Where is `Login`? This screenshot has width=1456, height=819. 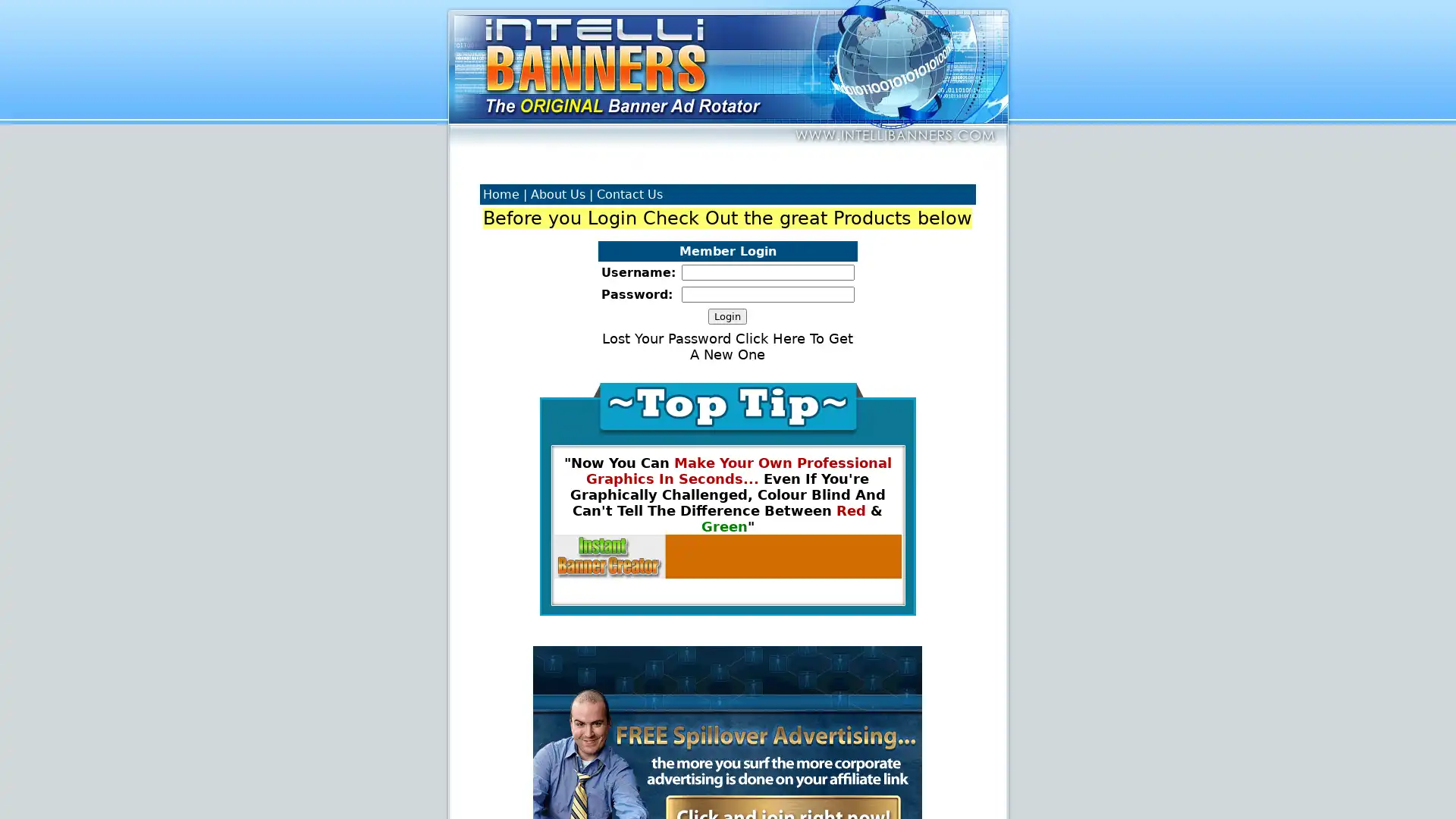
Login is located at coordinates (726, 315).